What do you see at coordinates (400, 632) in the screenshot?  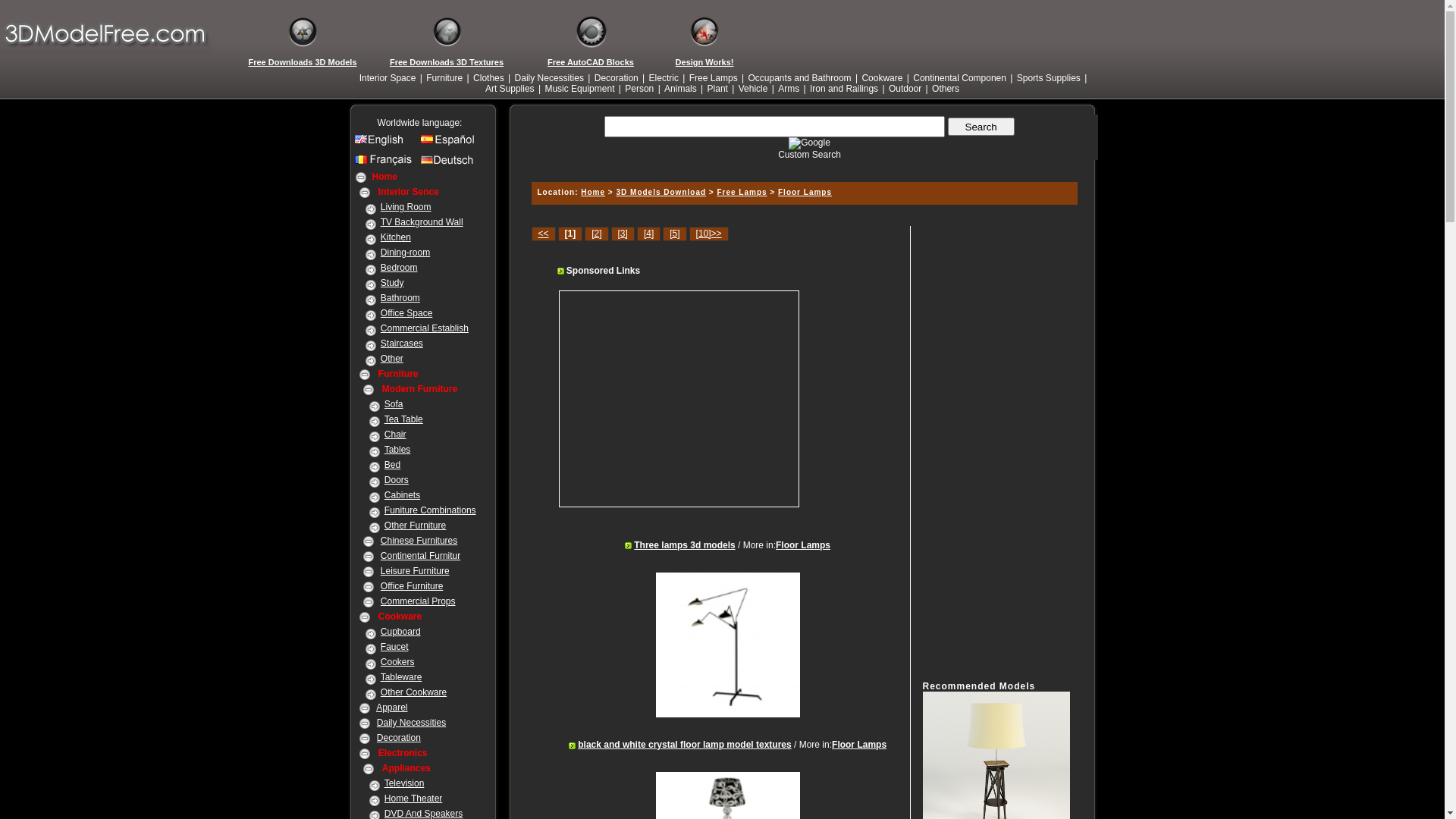 I see `'Cupboard'` at bounding box center [400, 632].